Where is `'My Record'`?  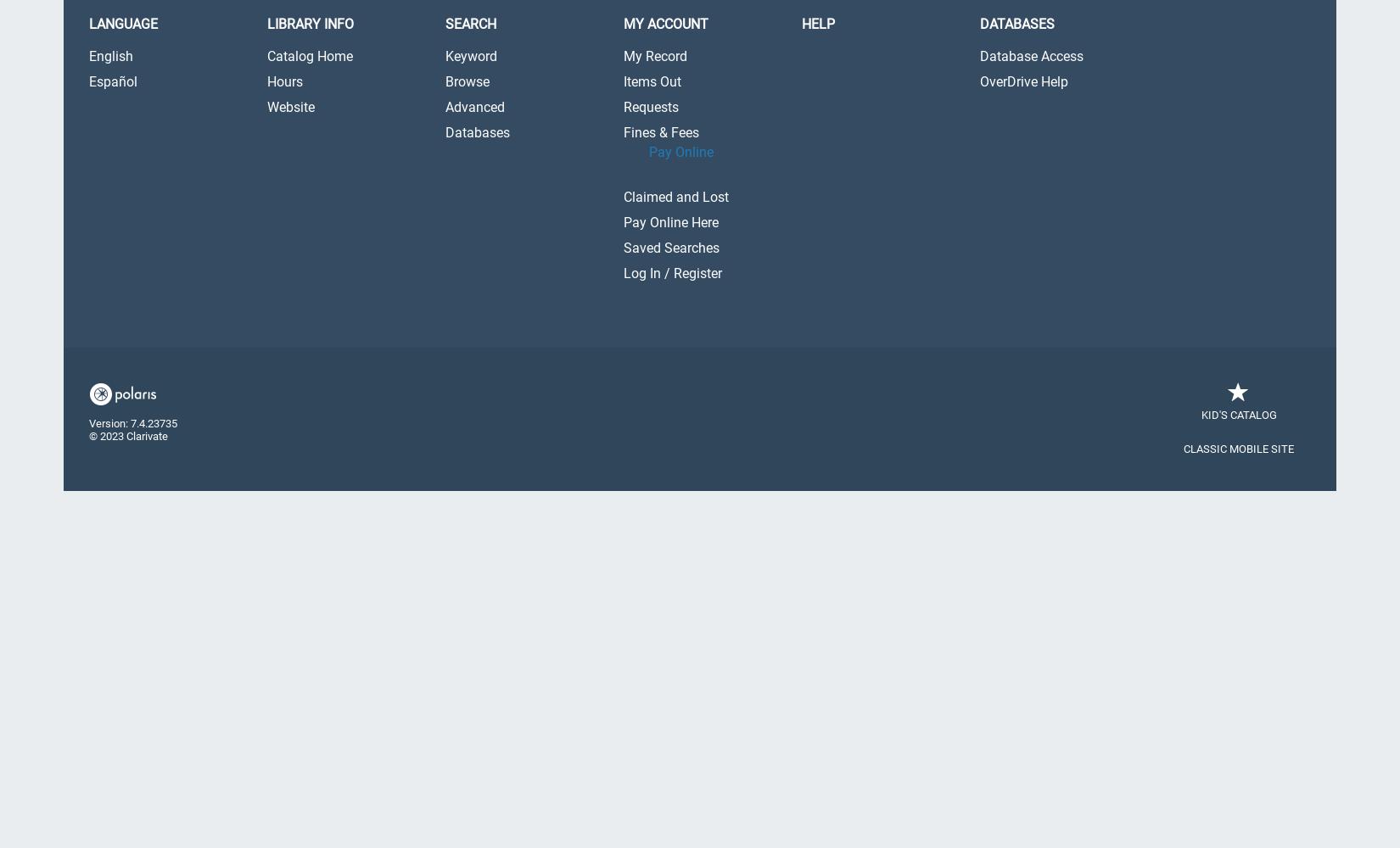 'My Record' is located at coordinates (654, 55).